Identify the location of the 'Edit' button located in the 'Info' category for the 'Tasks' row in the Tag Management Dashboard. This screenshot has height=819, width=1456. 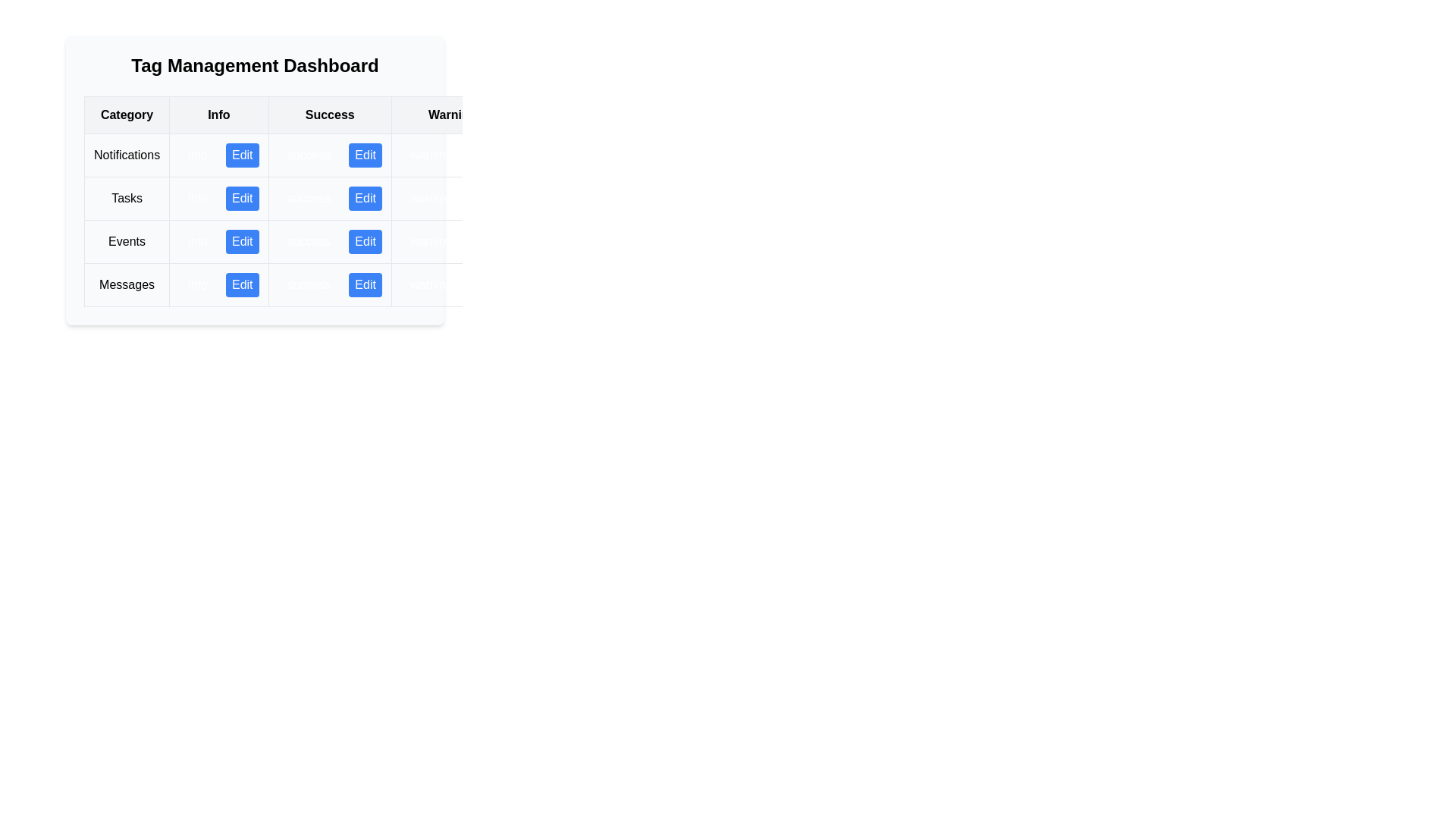
(255, 180).